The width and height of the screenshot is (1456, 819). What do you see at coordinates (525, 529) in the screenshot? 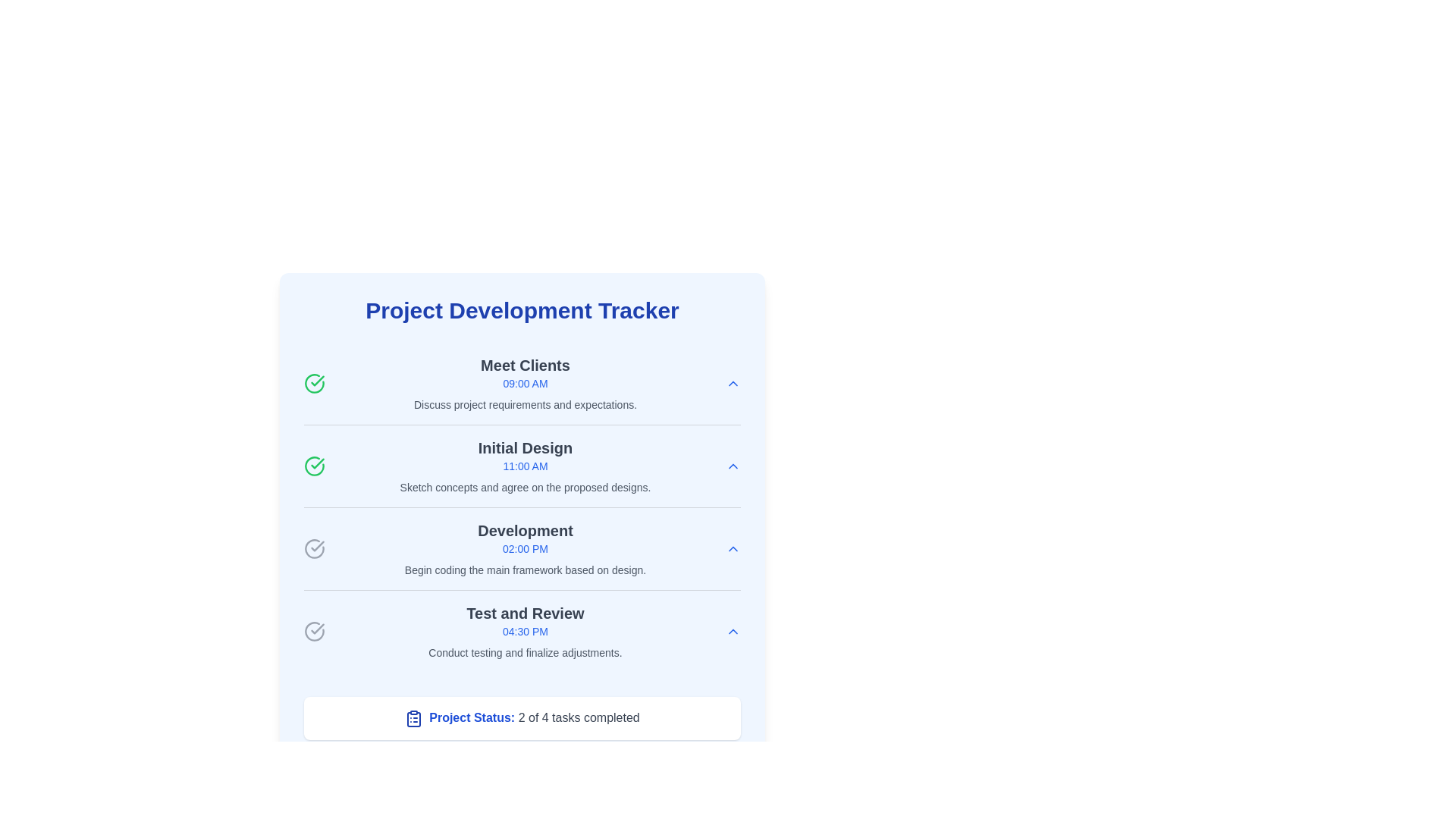
I see `the text display element that shows 'Development' in a bold, large font within the Project Development Tracker section` at bounding box center [525, 529].